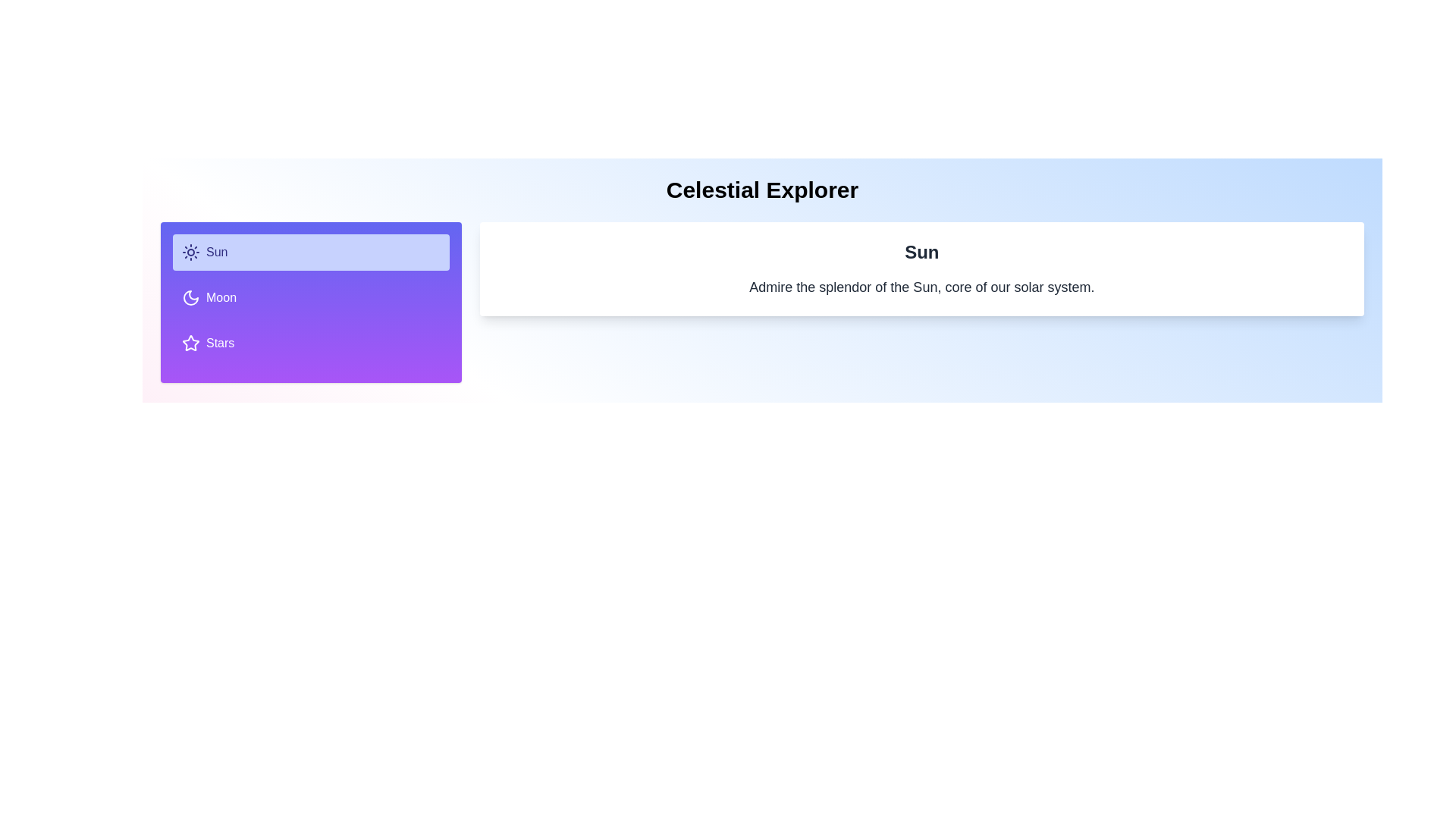  I want to click on the tab labeled 'Moon' to observe the hover effect, so click(309, 298).